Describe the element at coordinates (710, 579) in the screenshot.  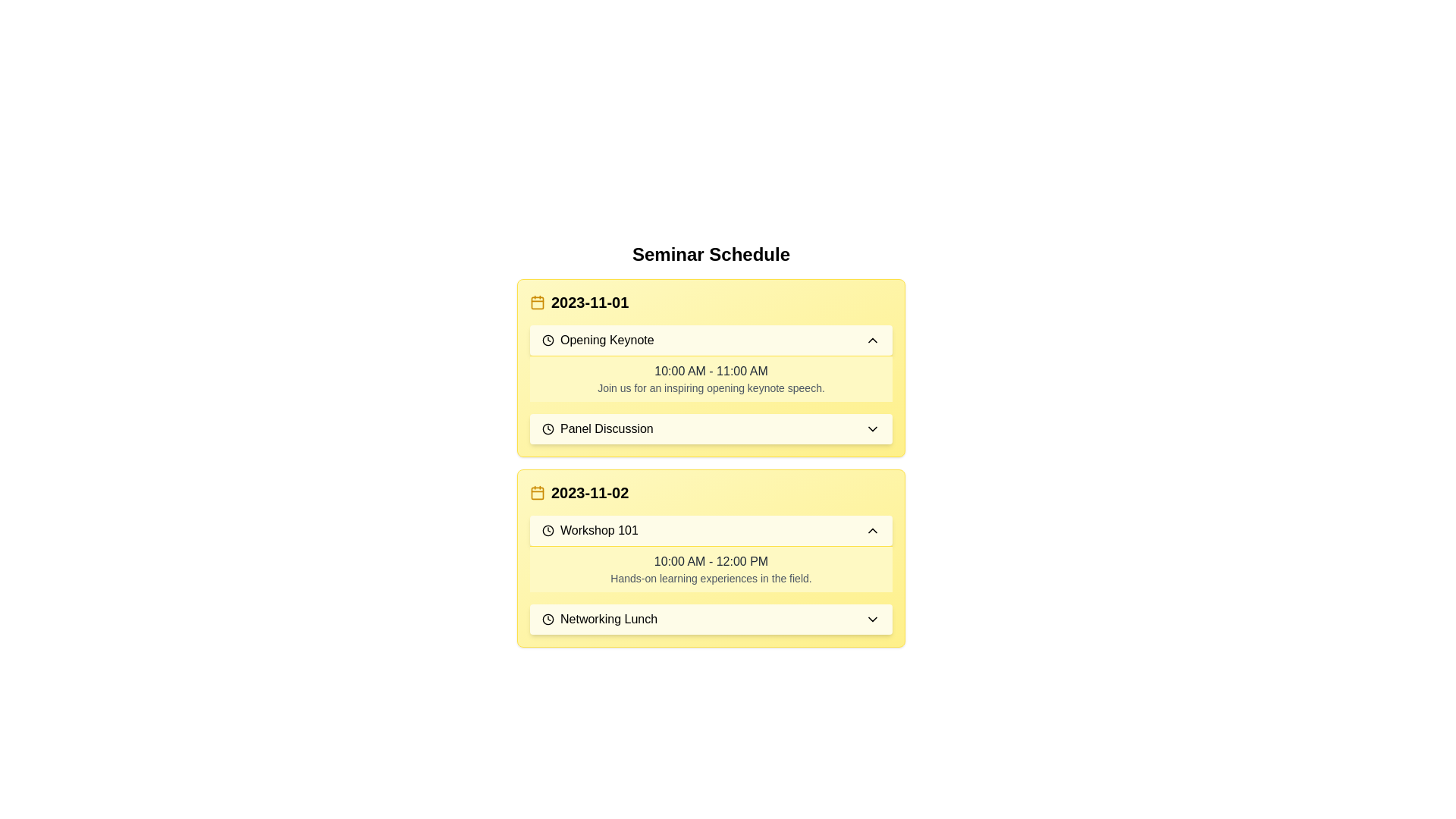
I see `the static text displaying 'Hands-on learning experiences in the field.' which is positioned under '10:00 AM - 12:00 PM' within a yellow background section` at that location.